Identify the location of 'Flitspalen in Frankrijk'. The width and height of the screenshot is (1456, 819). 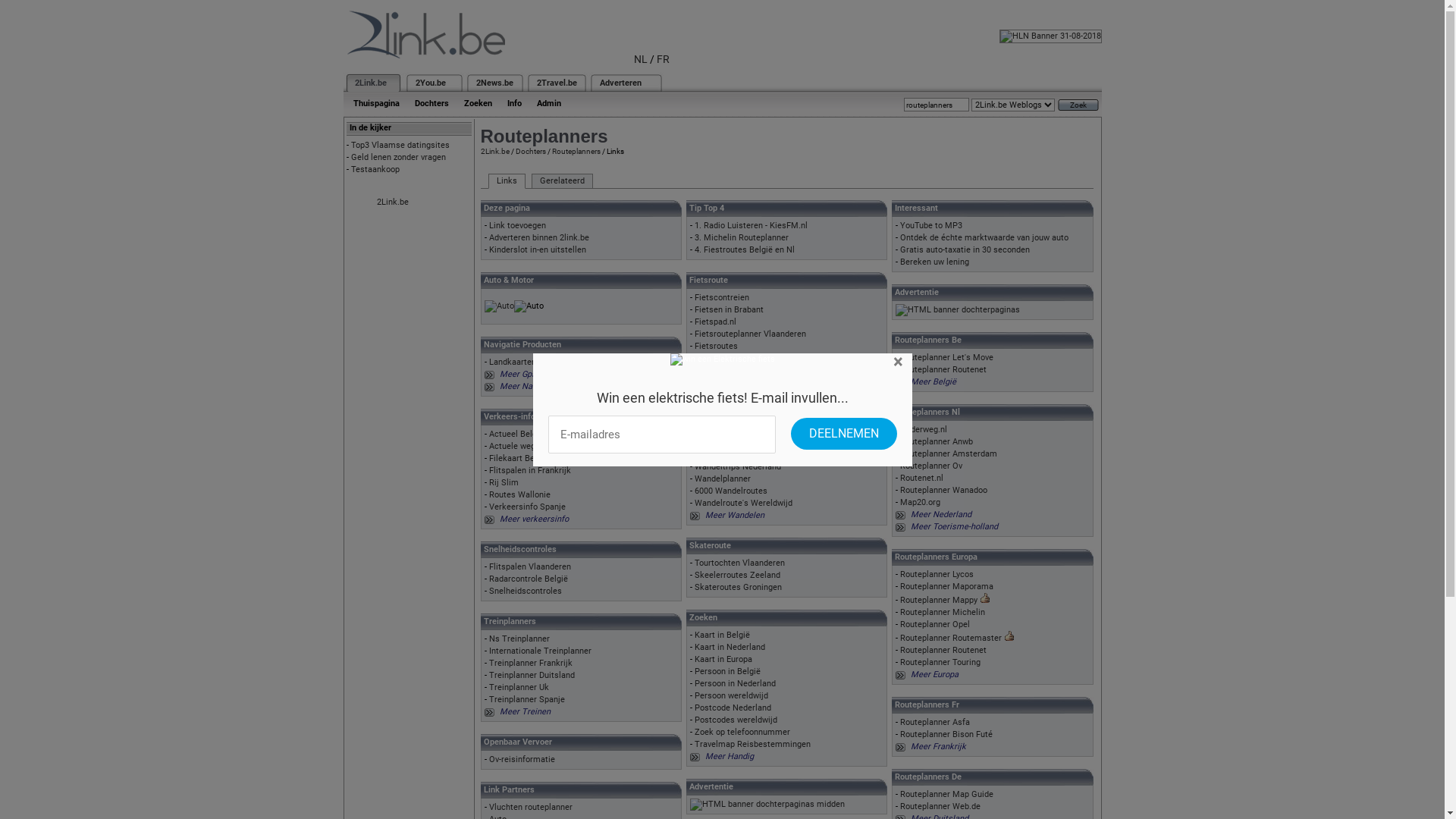
(529, 469).